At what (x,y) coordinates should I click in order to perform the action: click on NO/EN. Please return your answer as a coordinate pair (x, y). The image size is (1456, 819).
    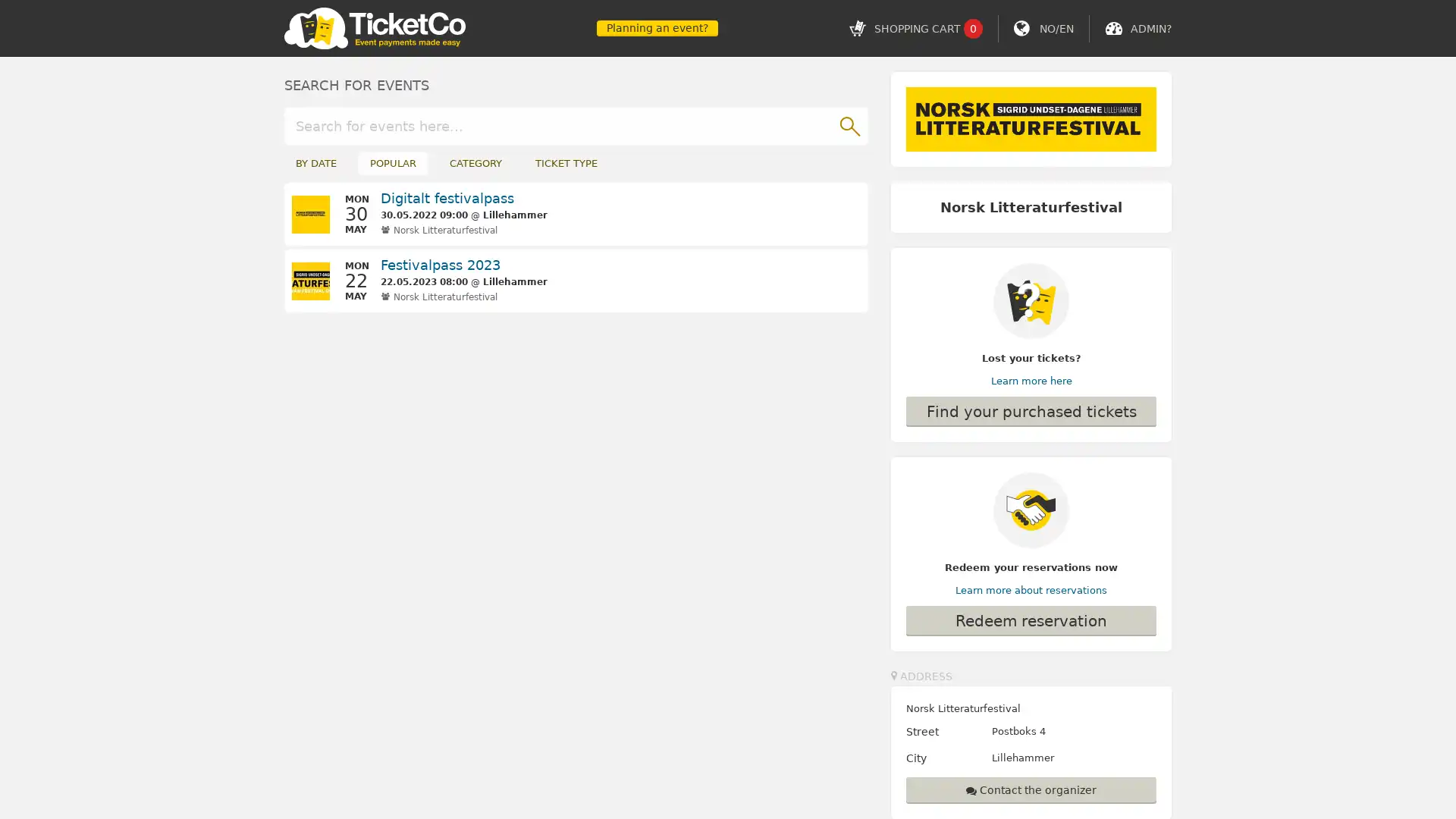
    Looking at the image, I should click on (1056, 28).